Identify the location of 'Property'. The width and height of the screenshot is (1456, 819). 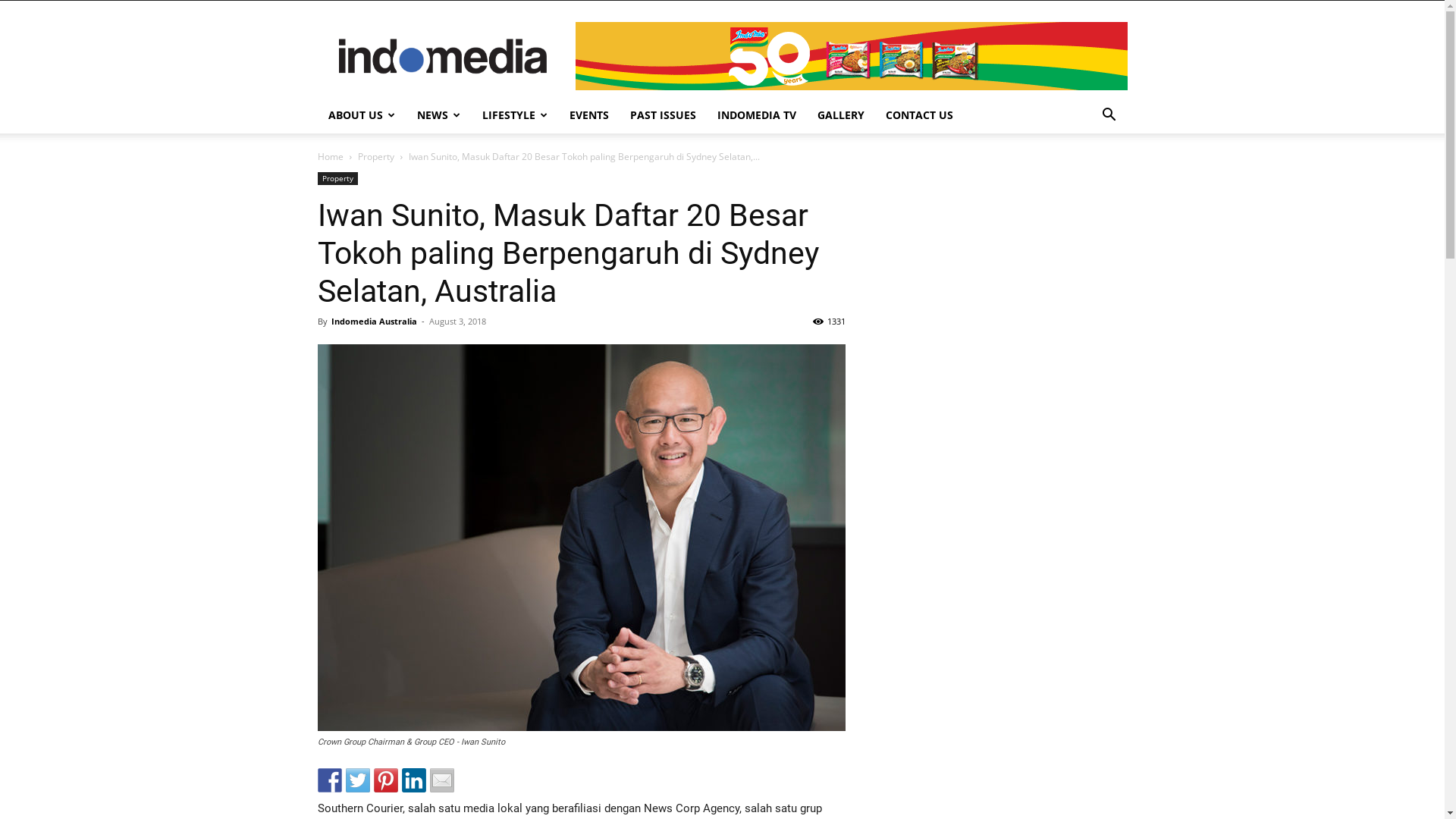
(375, 156).